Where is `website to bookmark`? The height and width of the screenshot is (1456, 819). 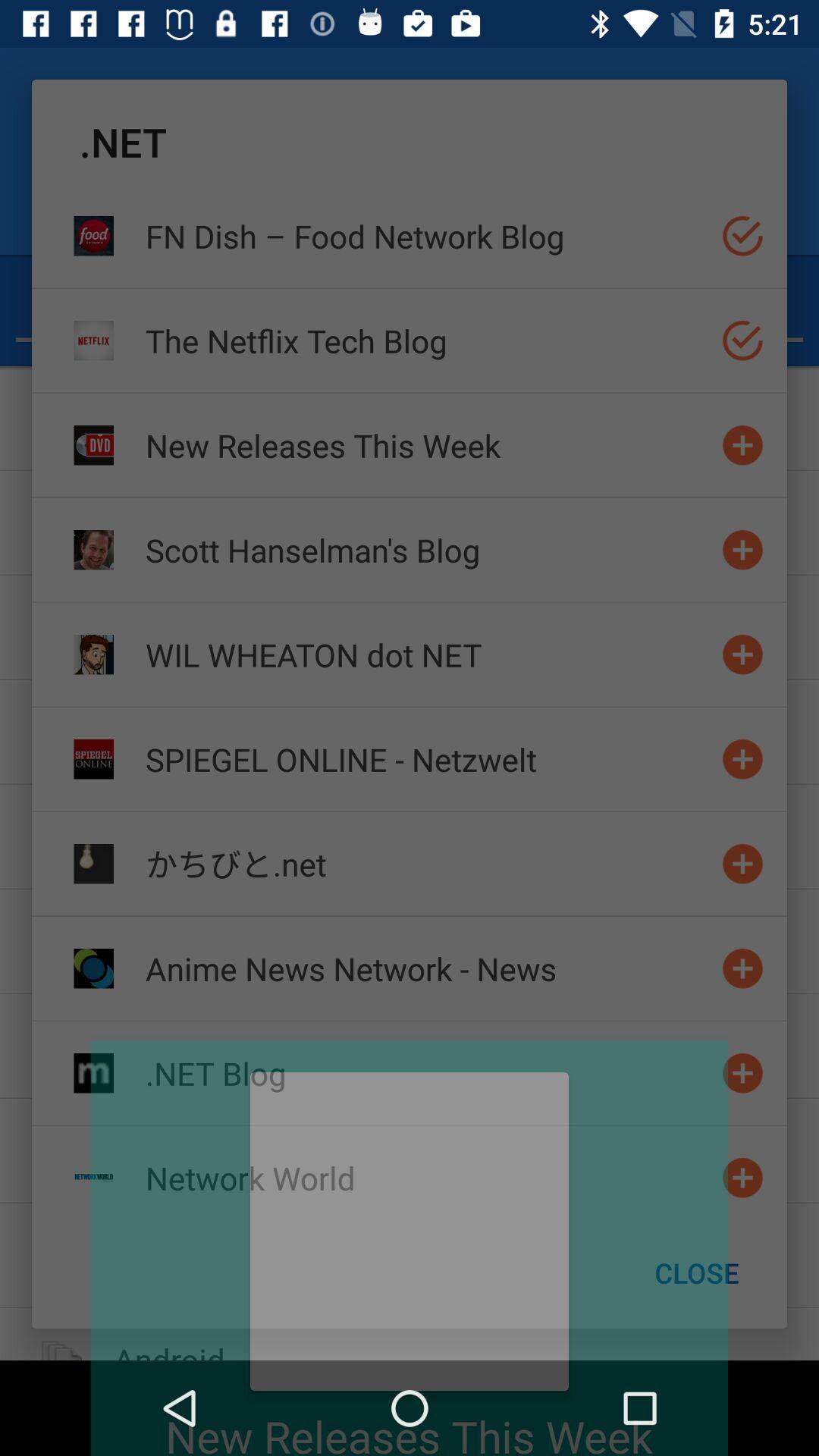 website to bookmark is located at coordinates (742, 444).